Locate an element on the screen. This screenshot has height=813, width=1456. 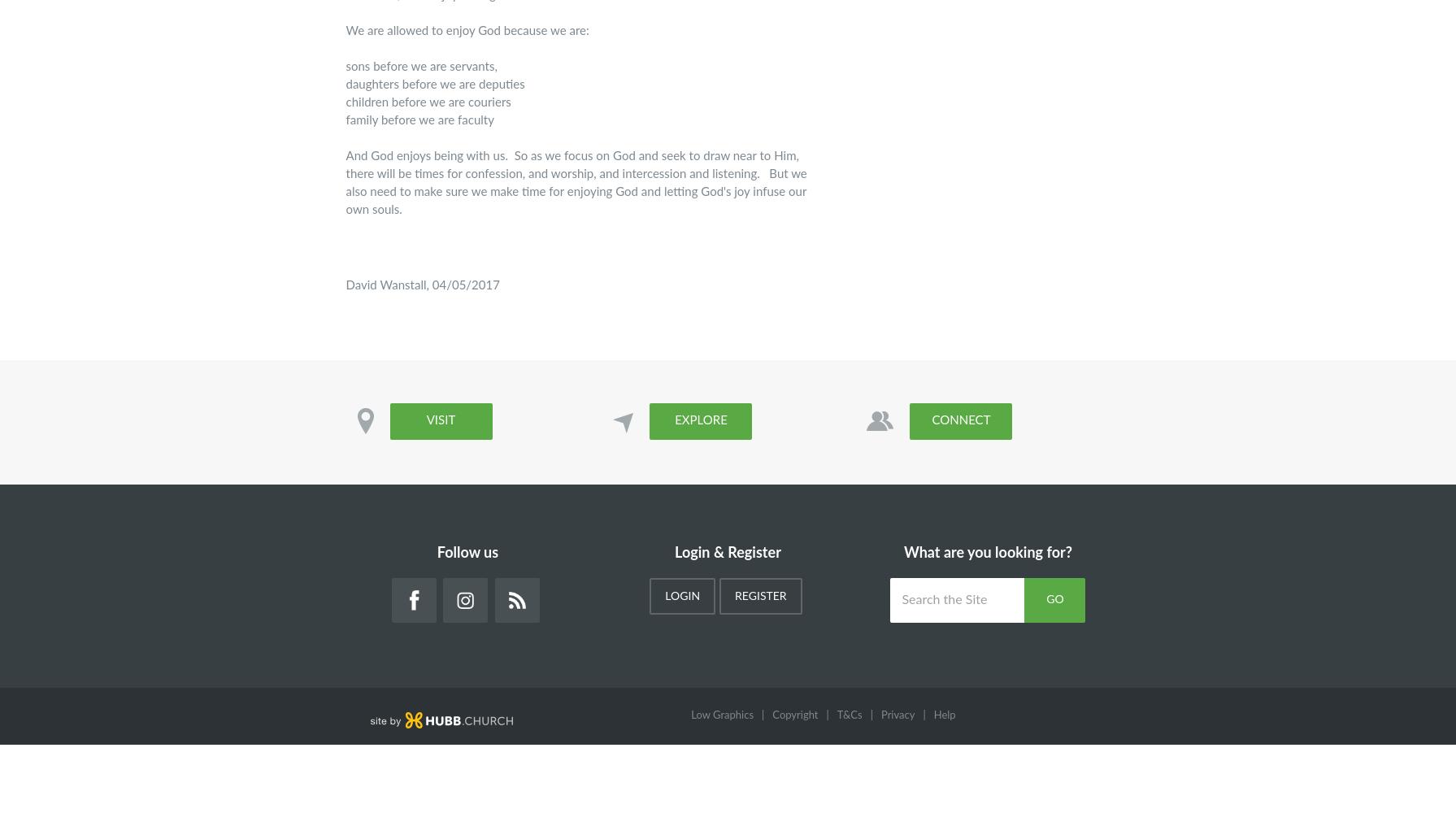
'sons before we are servants,' is located at coordinates (346, 66).